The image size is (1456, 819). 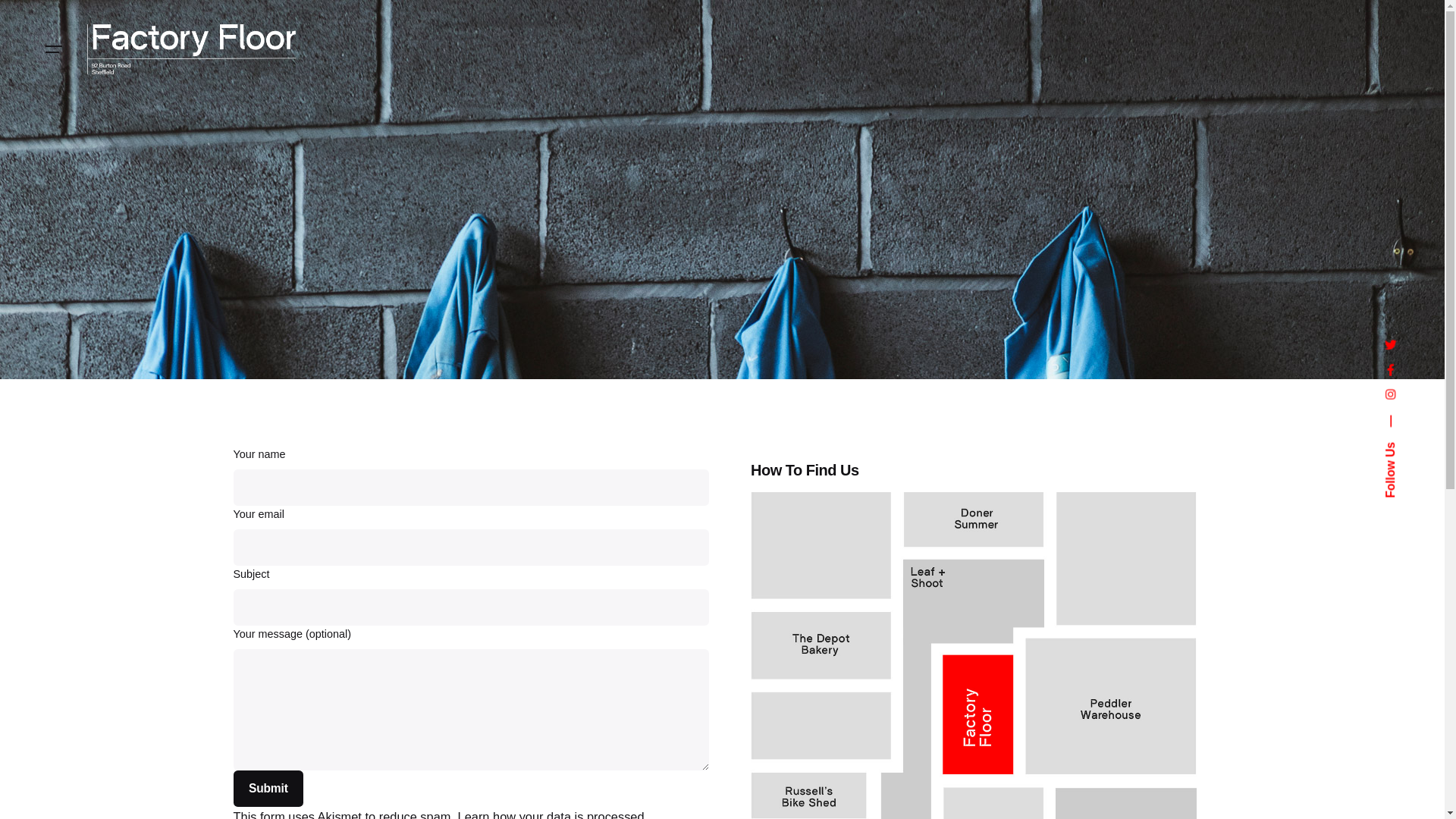 What do you see at coordinates (268, 788) in the screenshot?
I see `'Submit'` at bounding box center [268, 788].